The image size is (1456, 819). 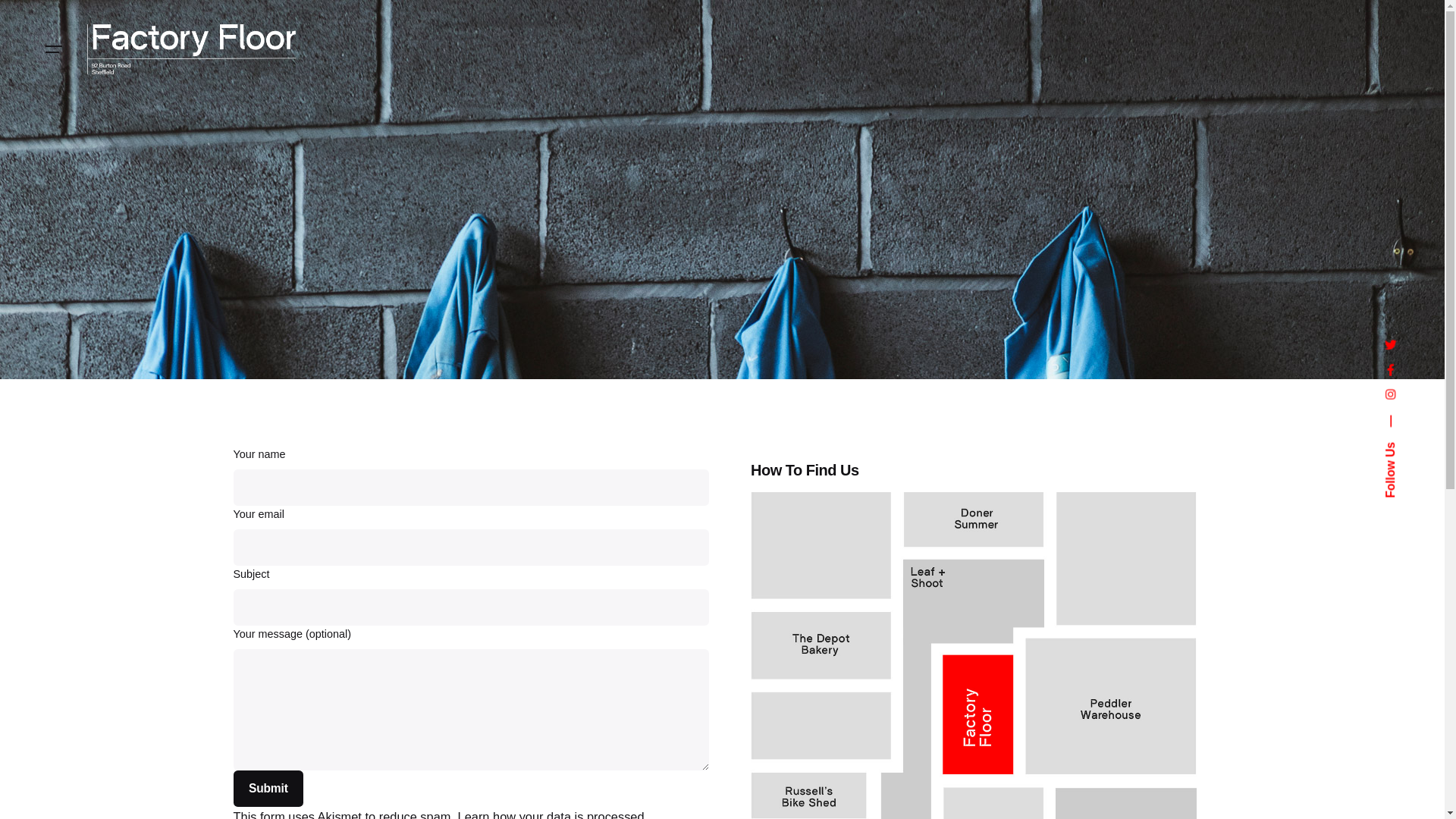 What do you see at coordinates (268, 788) in the screenshot?
I see `'Submit'` at bounding box center [268, 788].